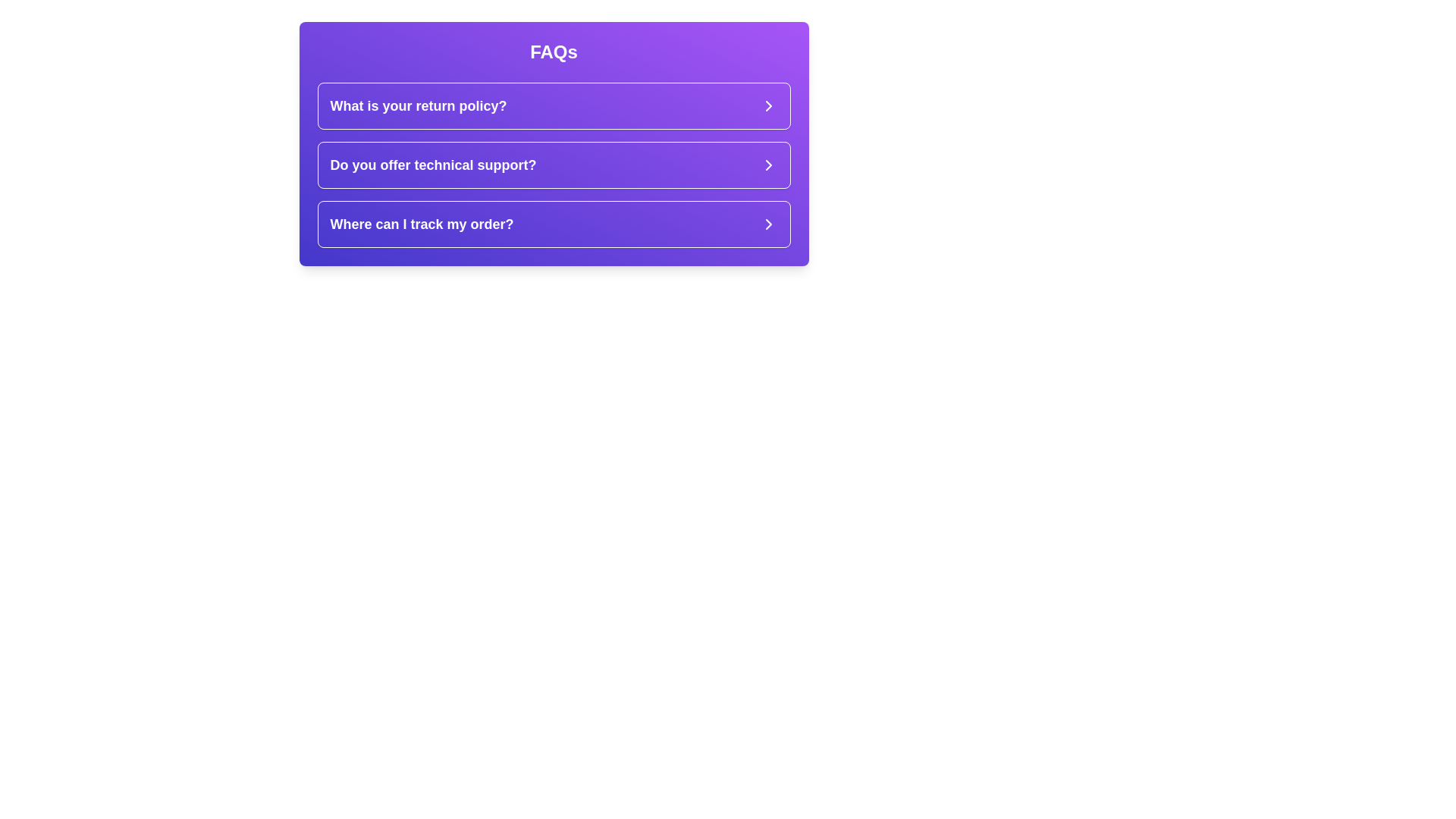 Image resolution: width=1456 pixels, height=819 pixels. Describe the element at coordinates (768, 224) in the screenshot. I see `the button located at the far right of the horizontal bar displaying the text 'Where can I track my order?'` at that location.